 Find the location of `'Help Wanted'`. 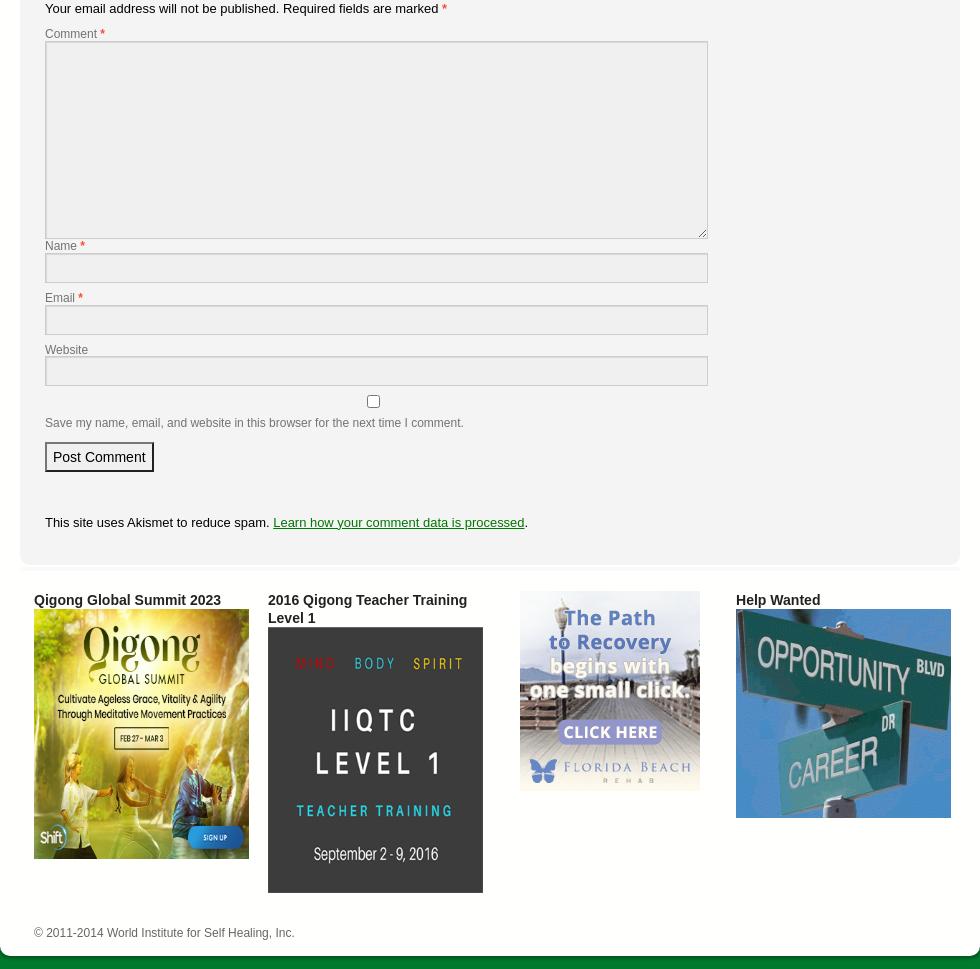

'Help Wanted' is located at coordinates (778, 598).